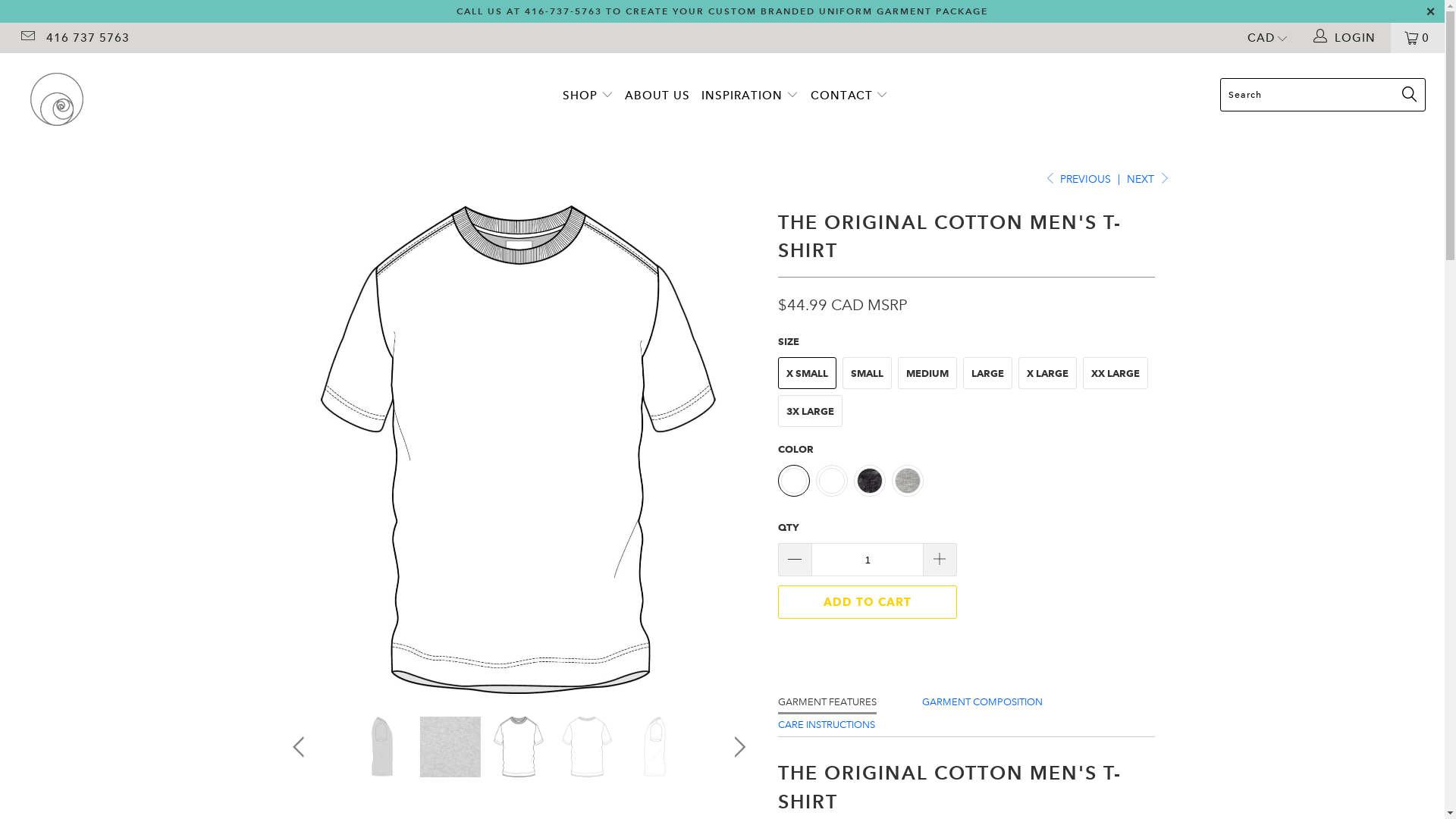 Image resolution: width=1456 pixels, height=819 pixels. Describe the element at coordinates (1147, 177) in the screenshot. I see `'NEXT'` at that location.